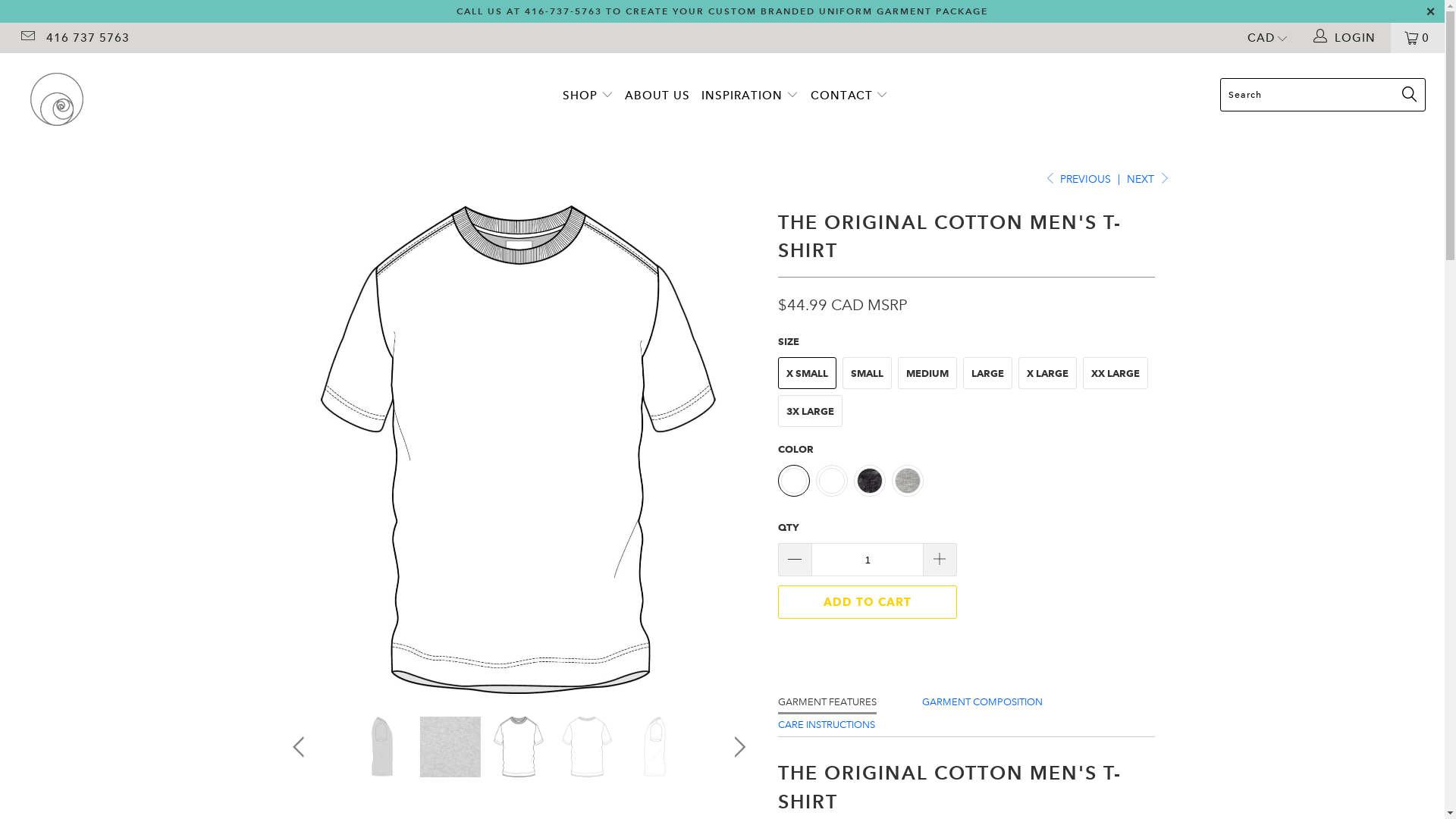 Image resolution: width=1456 pixels, height=819 pixels. Describe the element at coordinates (1147, 177) in the screenshot. I see `'NEXT'` at that location.